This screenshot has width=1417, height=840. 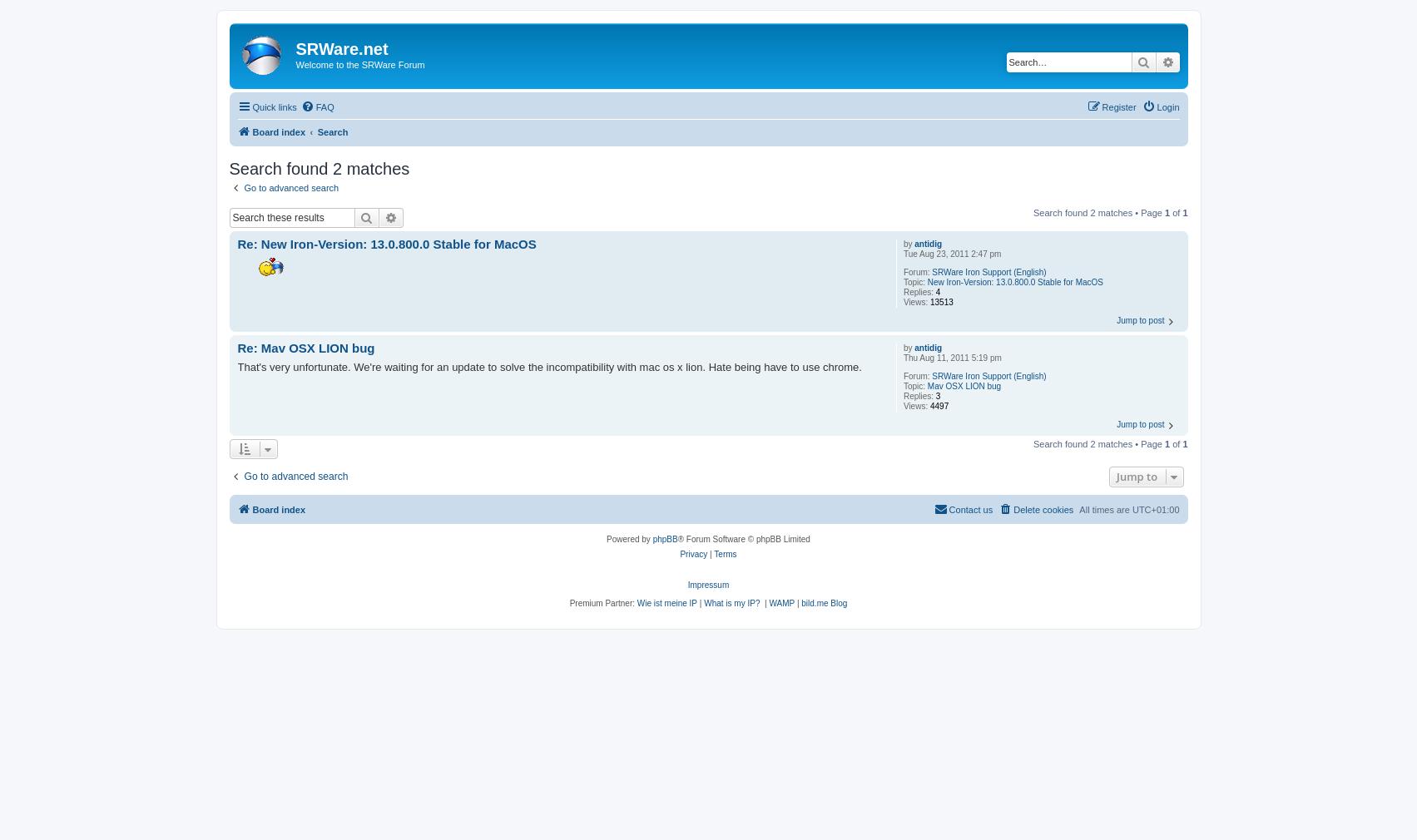 I want to click on 'New Iron-Version: 13.0.800.0 Stable for MacOS', so click(x=1014, y=282).